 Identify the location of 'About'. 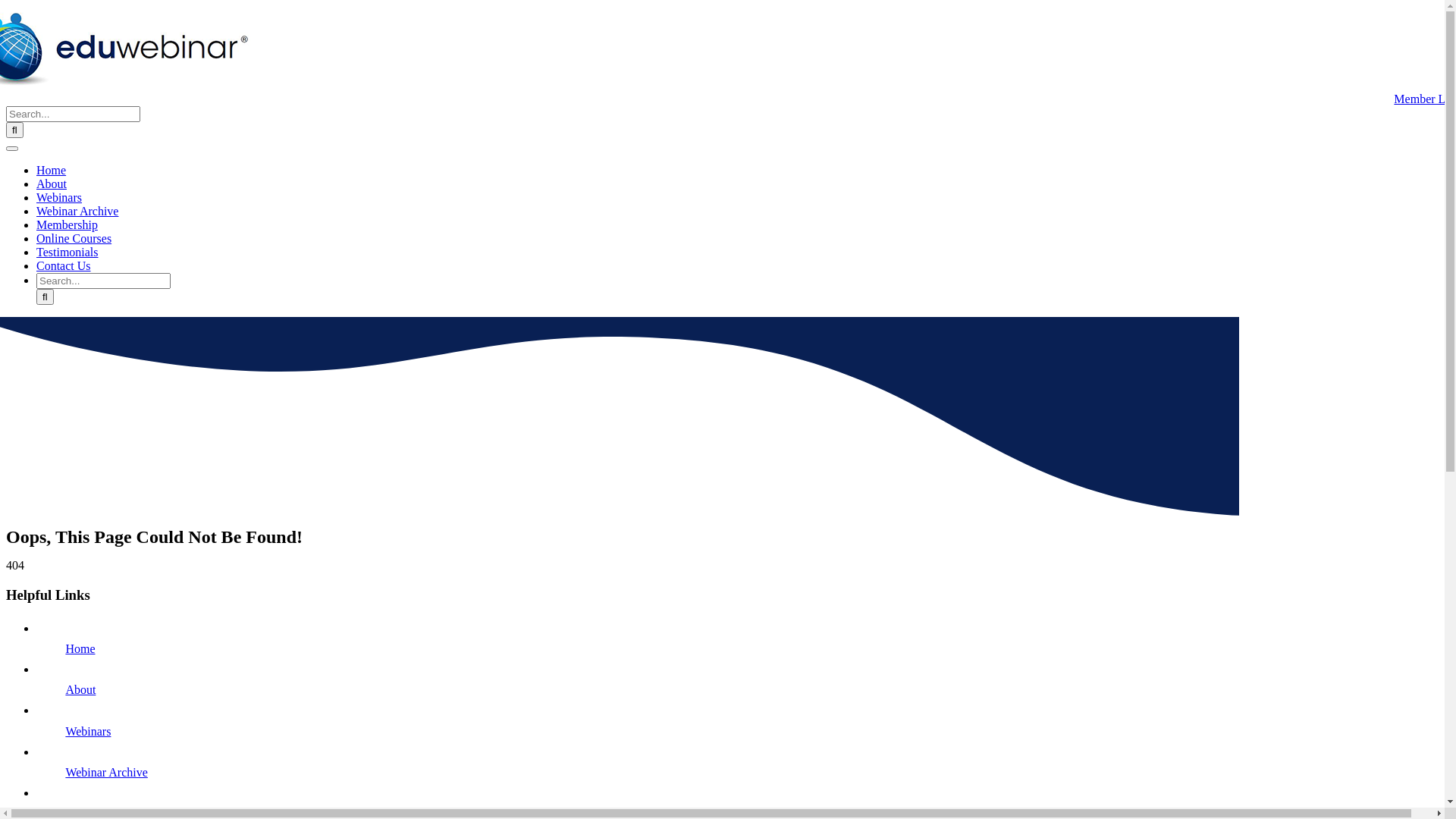
(79, 689).